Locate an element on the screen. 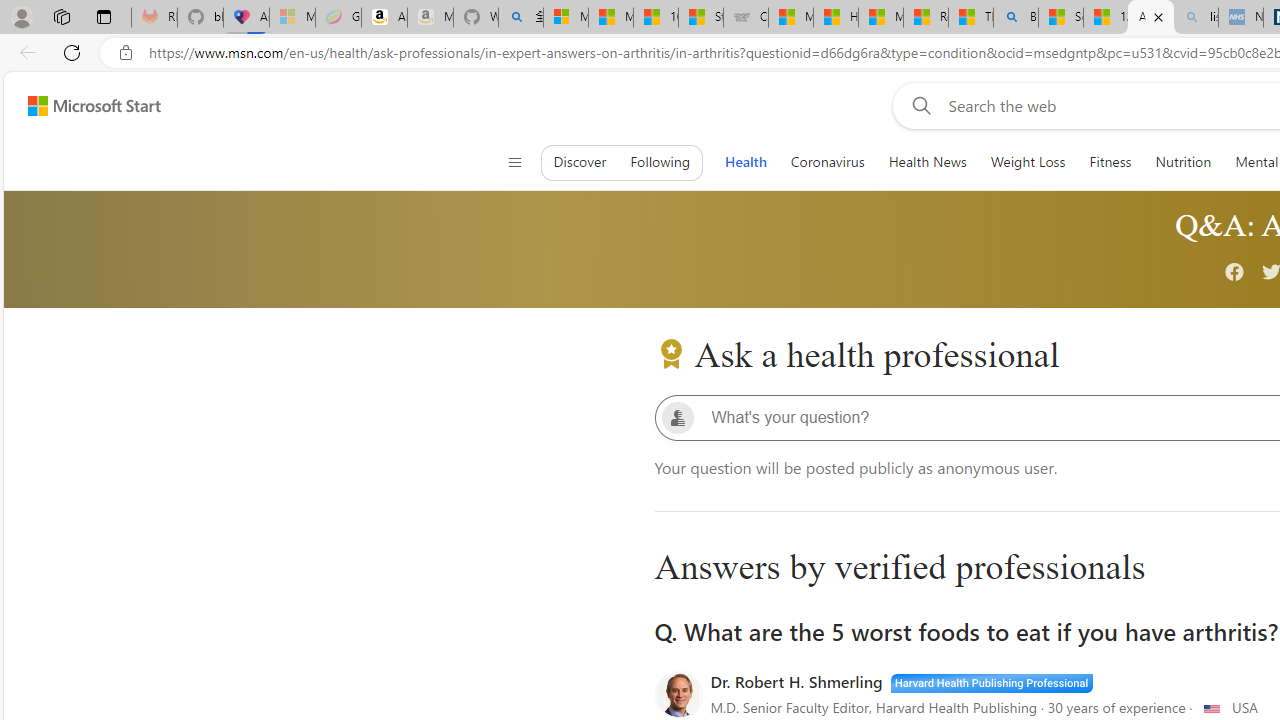  'Facebook' is located at coordinates (1234, 273).